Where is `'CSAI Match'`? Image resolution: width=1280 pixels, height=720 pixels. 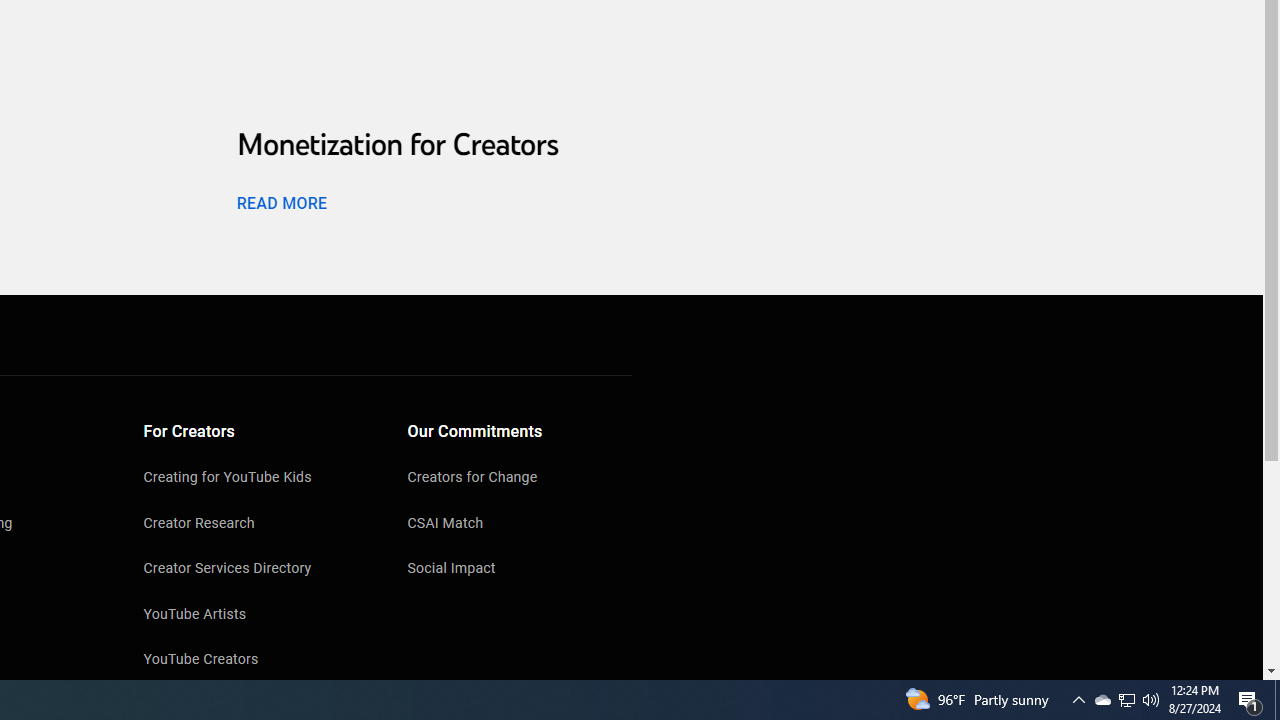 'CSAI Match' is located at coordinates (519, 523).